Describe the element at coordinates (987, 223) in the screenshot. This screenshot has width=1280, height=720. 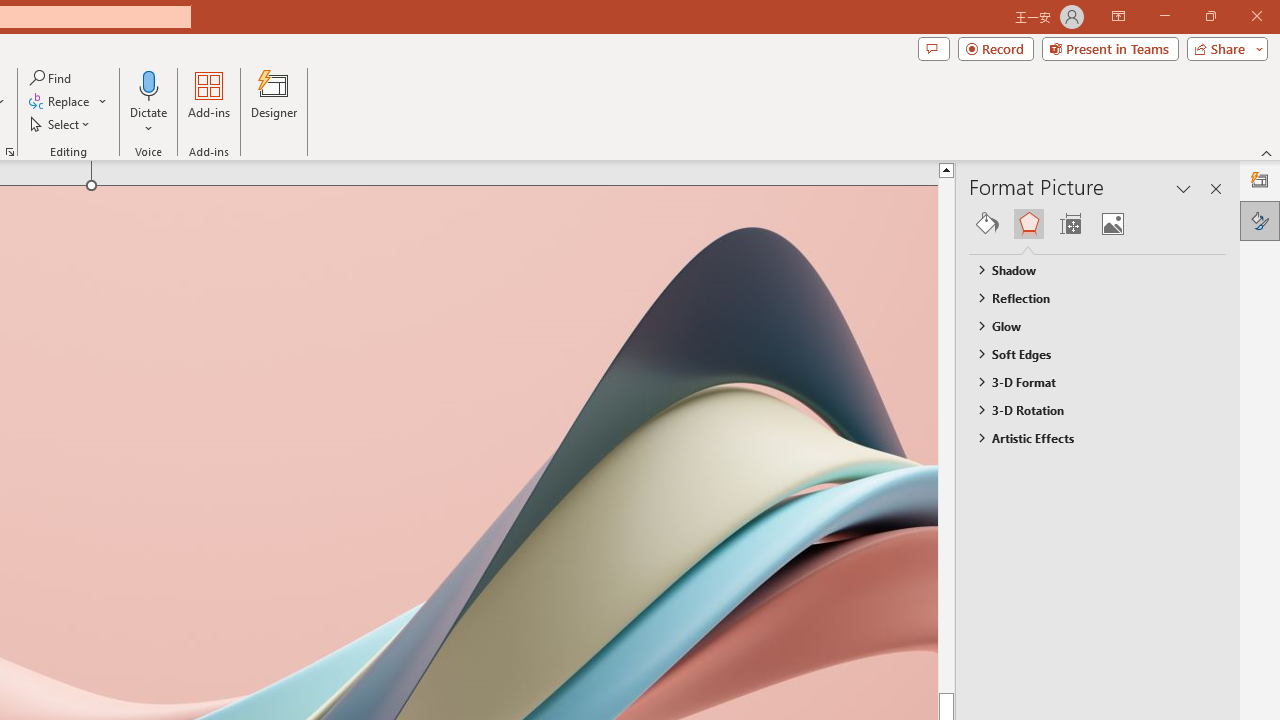
I see `'Fill & Line'` at that location.